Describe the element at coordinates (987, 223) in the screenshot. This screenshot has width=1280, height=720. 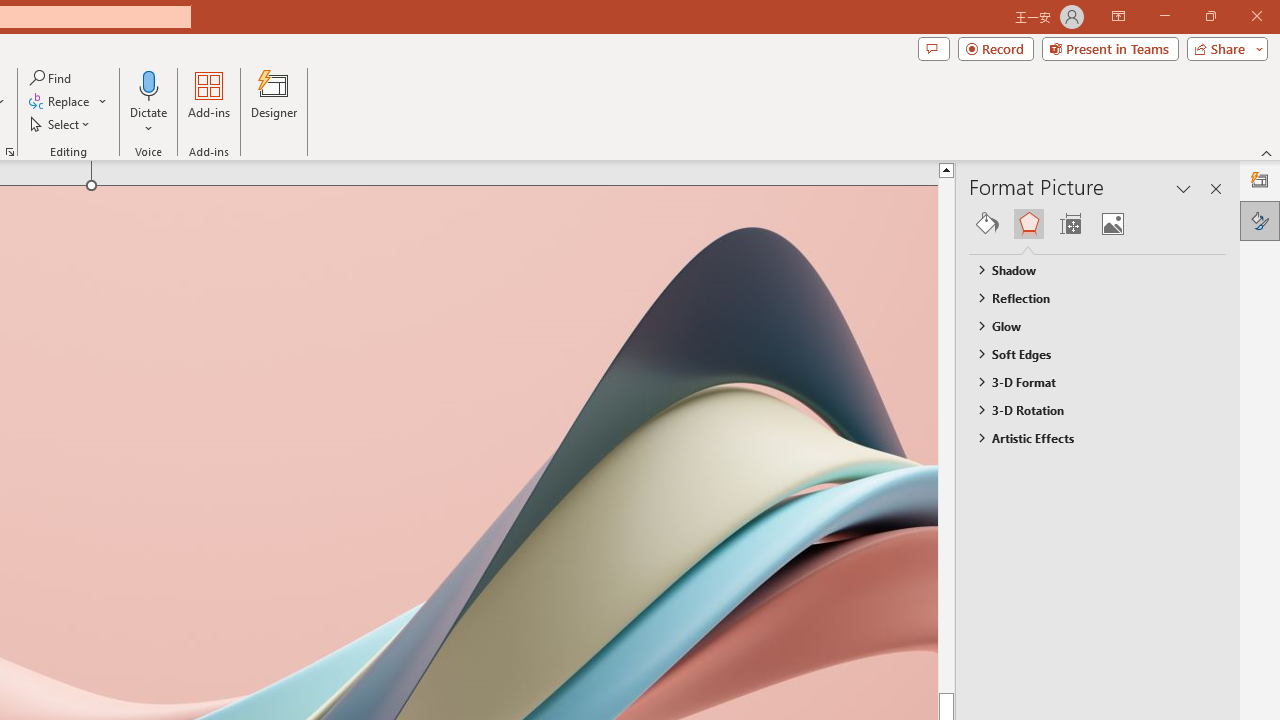
I see `'Fill & Line'` at that location.